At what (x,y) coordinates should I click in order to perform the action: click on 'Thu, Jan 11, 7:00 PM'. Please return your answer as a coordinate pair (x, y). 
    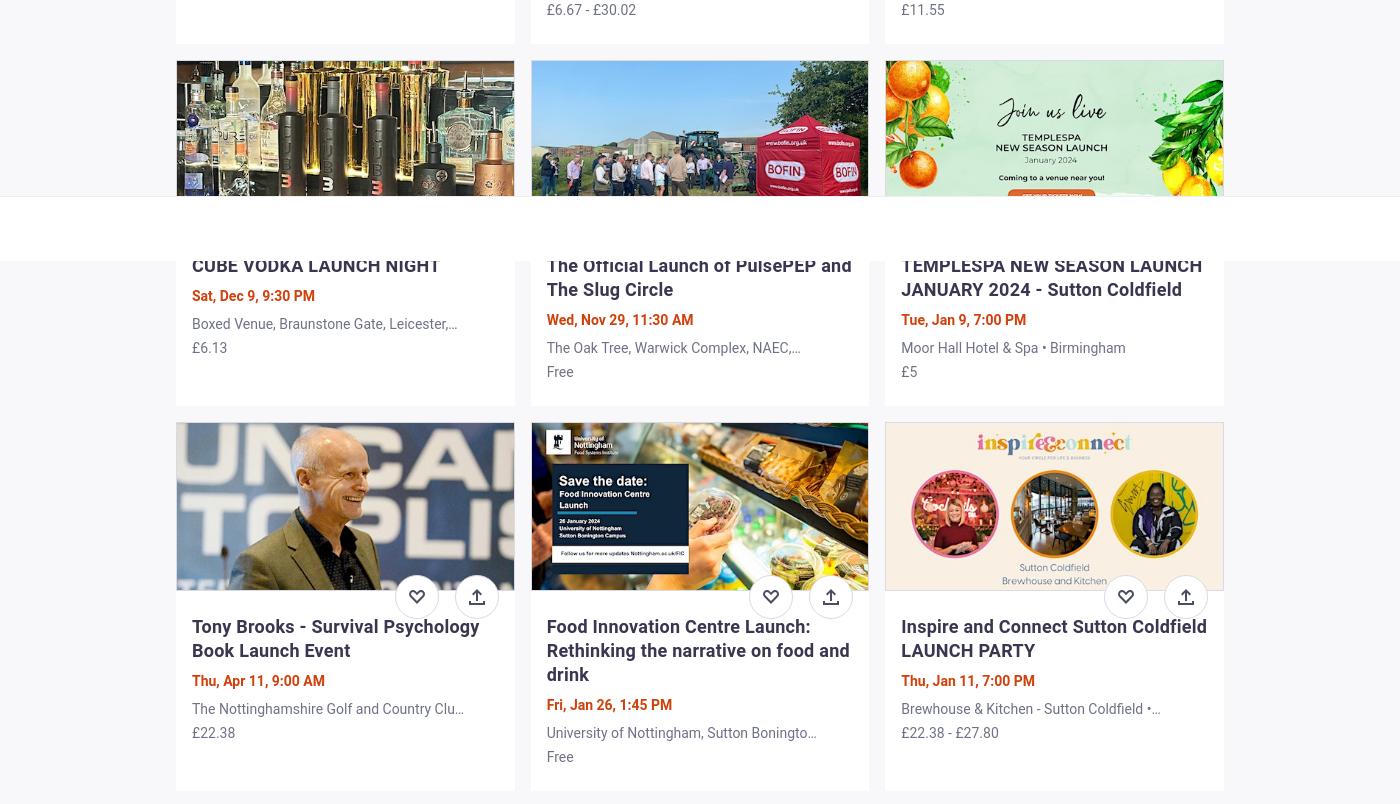
    Looking at the image, I should click on (967, 679).